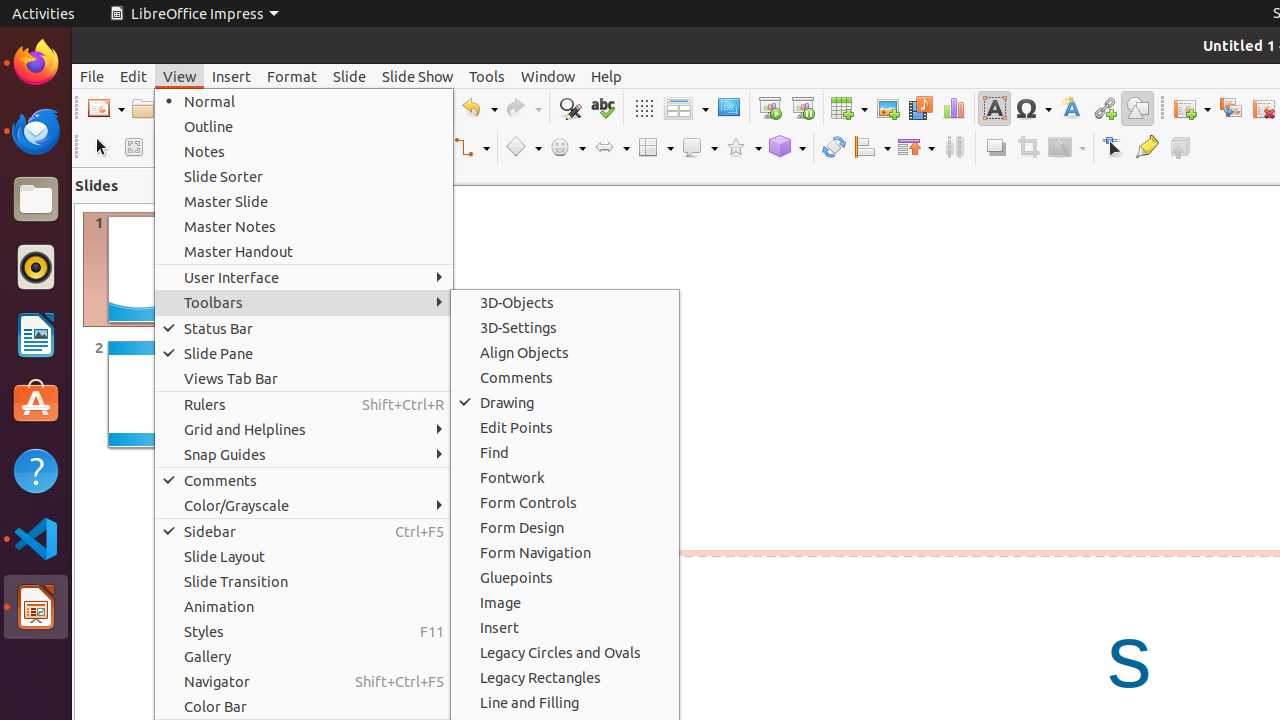  Describe the element at coordinates (303, 454) in the screenshot. I see `'Snap Guides'` at that location.